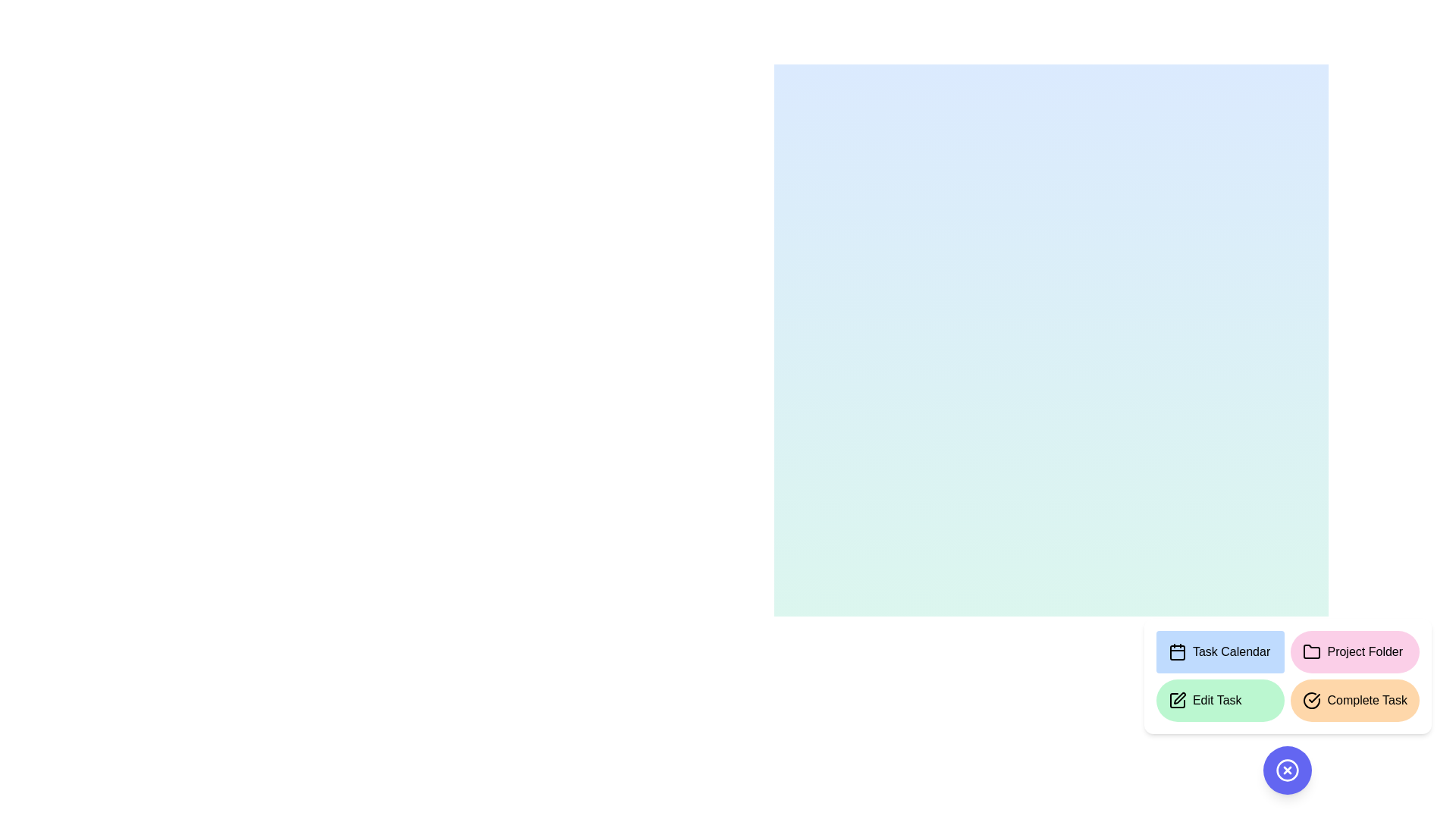 This screenshot has height=819, width=1456. What do you see at coordinates (1176, 651) in the screenshot?
I see `the calendar icon located at the top-left corner of the 'Task Calendar' button` at bounding box center [1176, 651].